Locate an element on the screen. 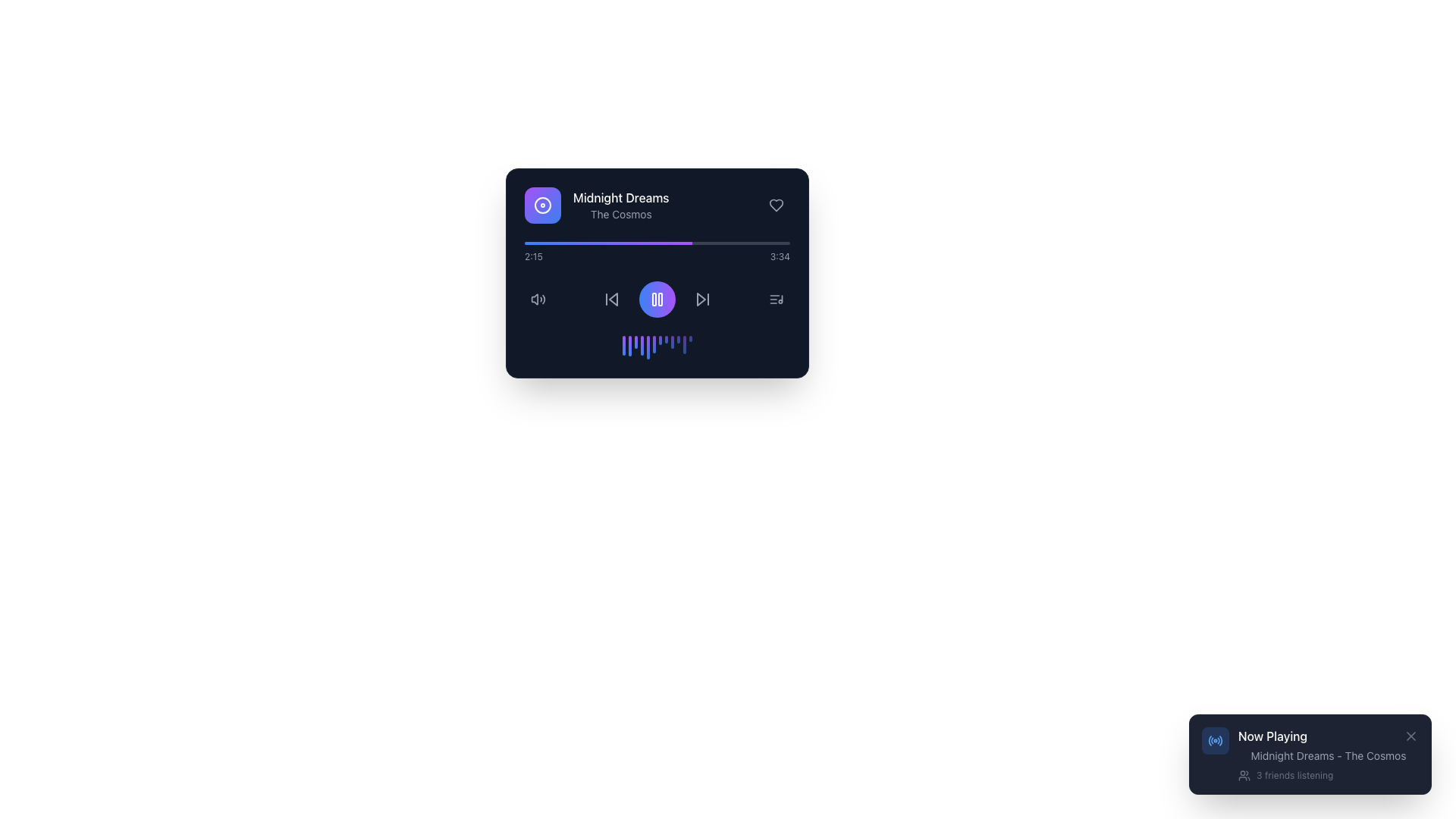 The height and width of the screenshot is (819, 1456). playback progress is located at coordinates (566, 242).